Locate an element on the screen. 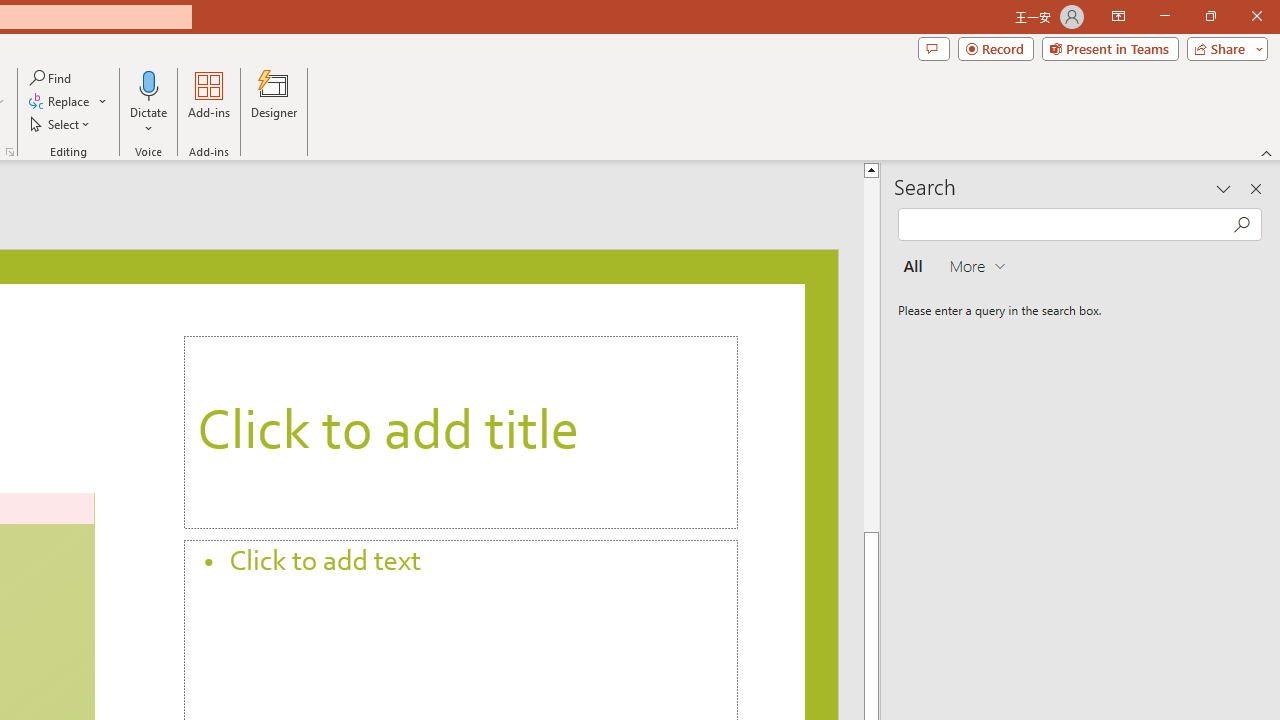 The image size is (1280, 720). 'Designer' is located at coordinates (273, 103).